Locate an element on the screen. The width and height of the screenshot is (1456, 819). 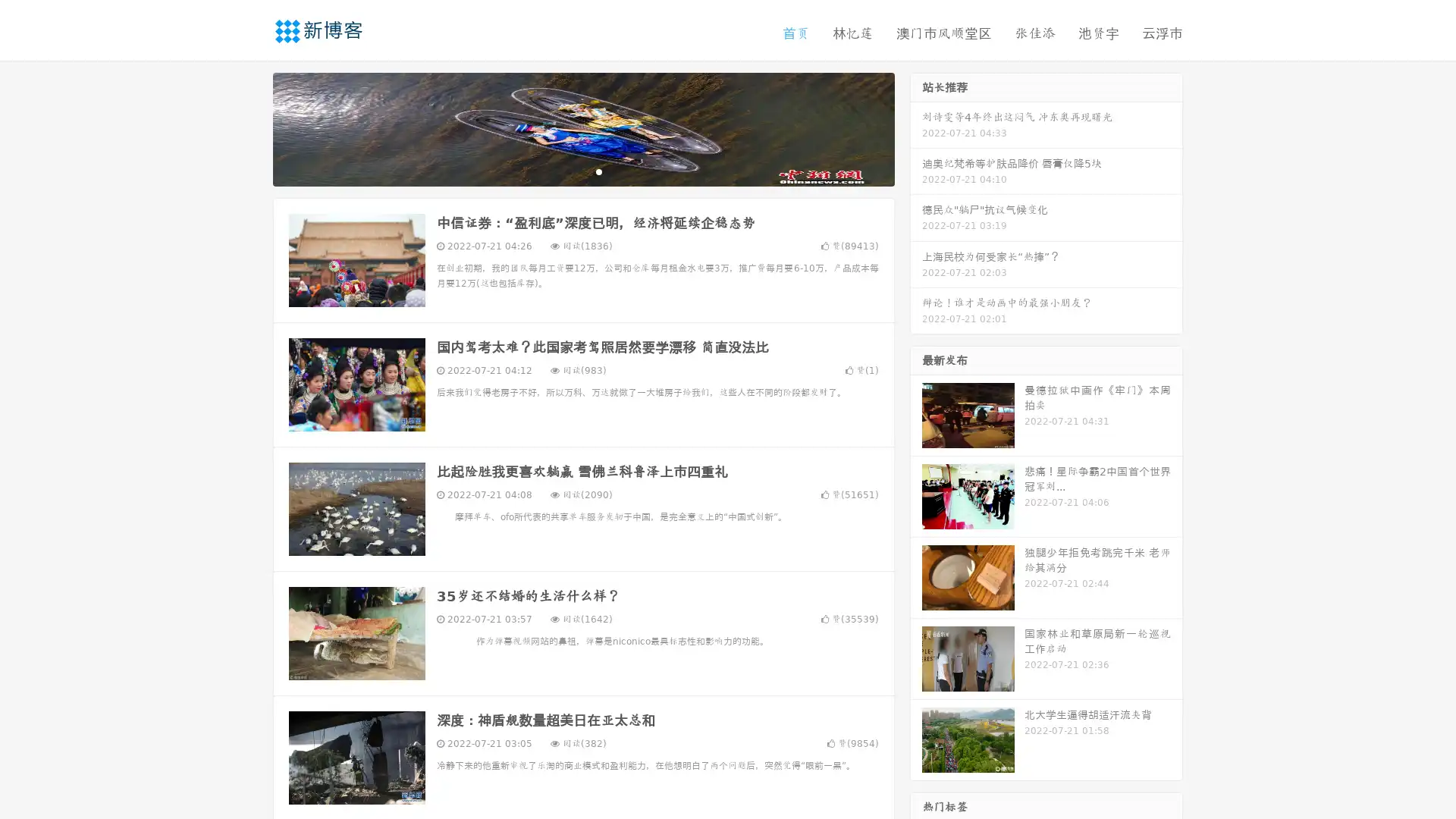
Previous slide is located at coordinates (250, 127).